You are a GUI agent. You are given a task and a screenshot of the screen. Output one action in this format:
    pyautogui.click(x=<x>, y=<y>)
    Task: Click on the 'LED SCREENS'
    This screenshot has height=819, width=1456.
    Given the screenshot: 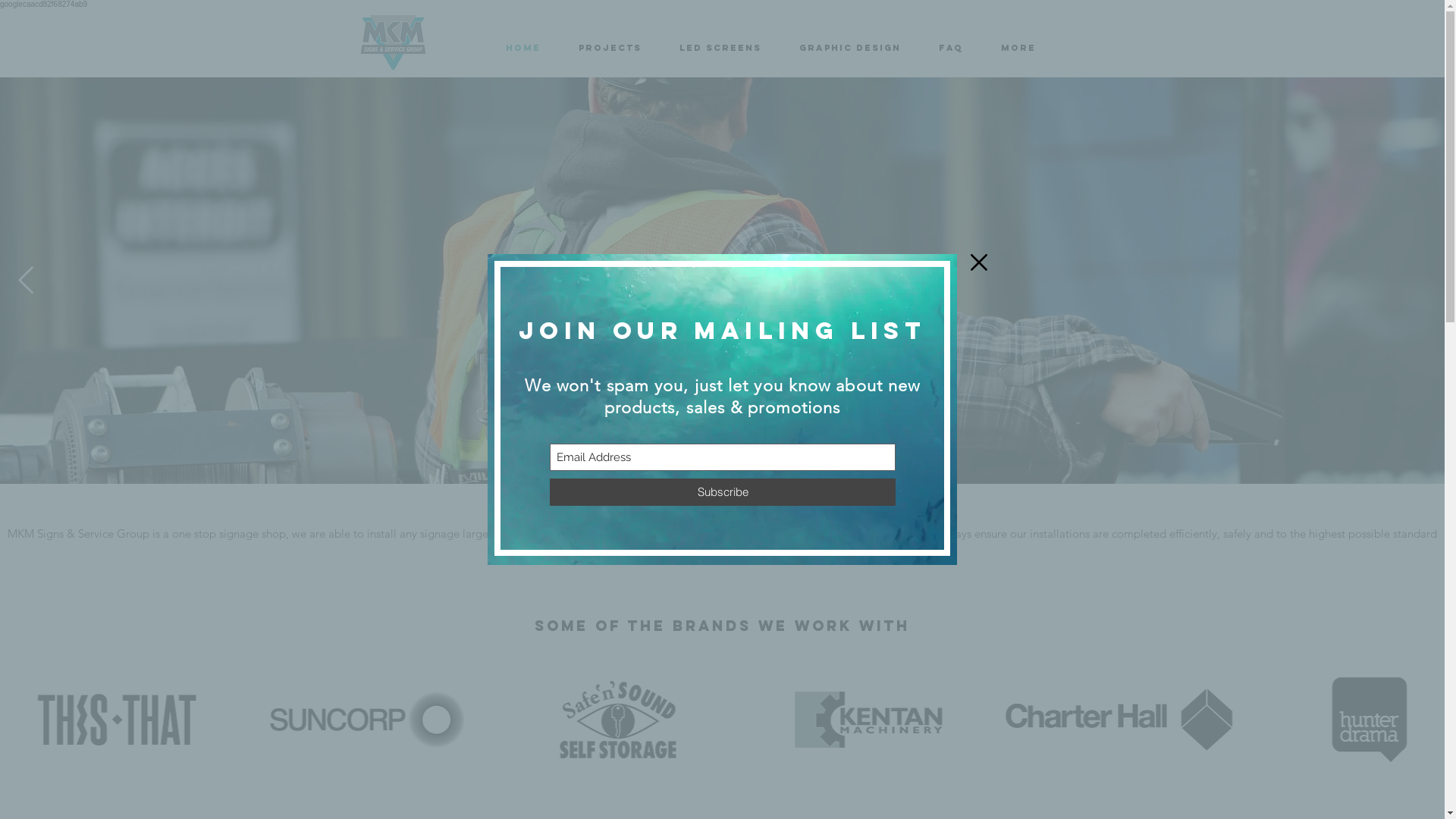 What is the action you would take?
    pyautogui.click(x=719, y=46)
    